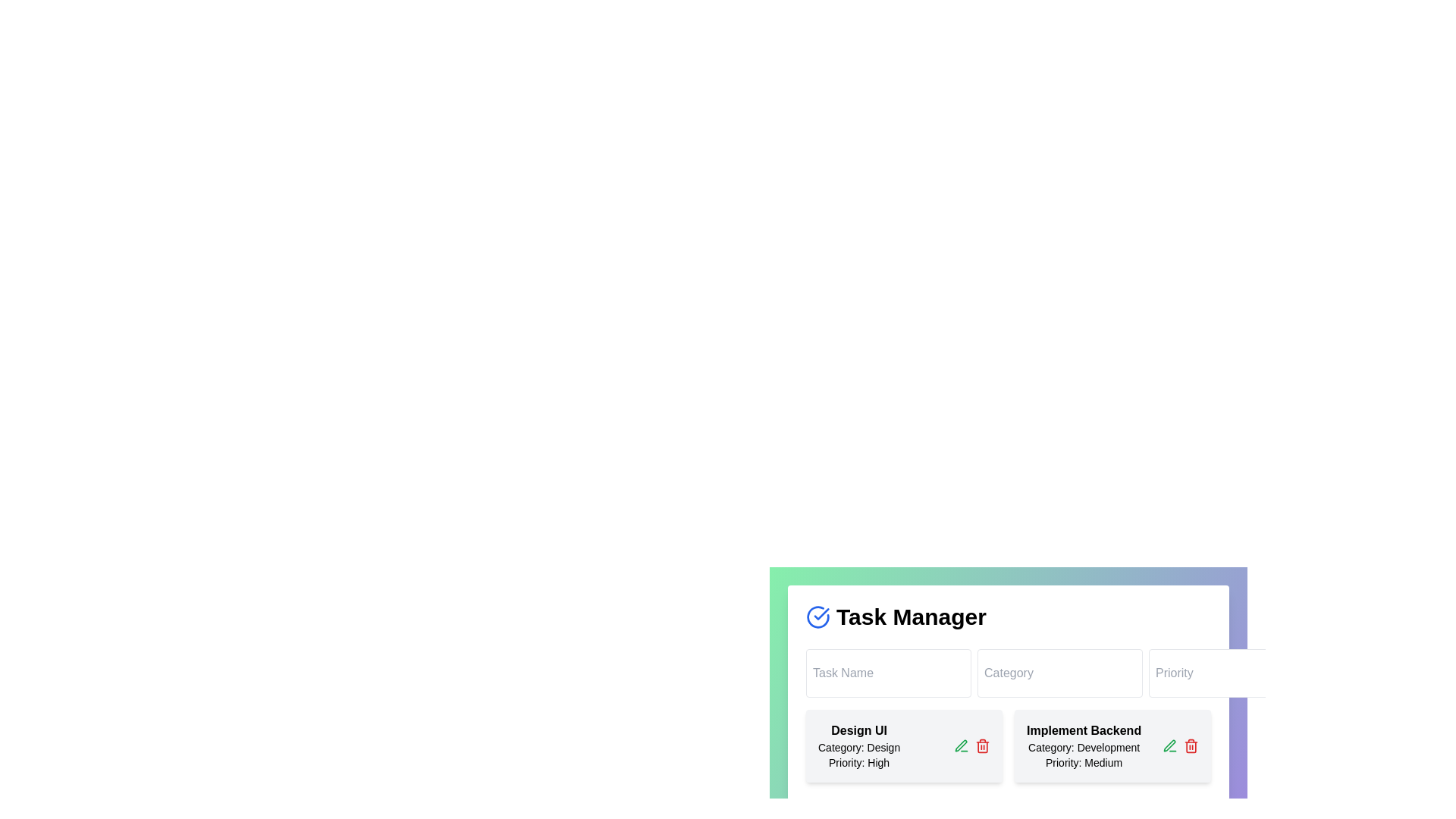 The height and width of the screenshot is (819, 1456). Describe the element at coordinates (1338, 672) in the screenshot. I see `the 'circle plus' icon representing the 'Add Task' functionality located at the top-right portion of the visible area` at that location.